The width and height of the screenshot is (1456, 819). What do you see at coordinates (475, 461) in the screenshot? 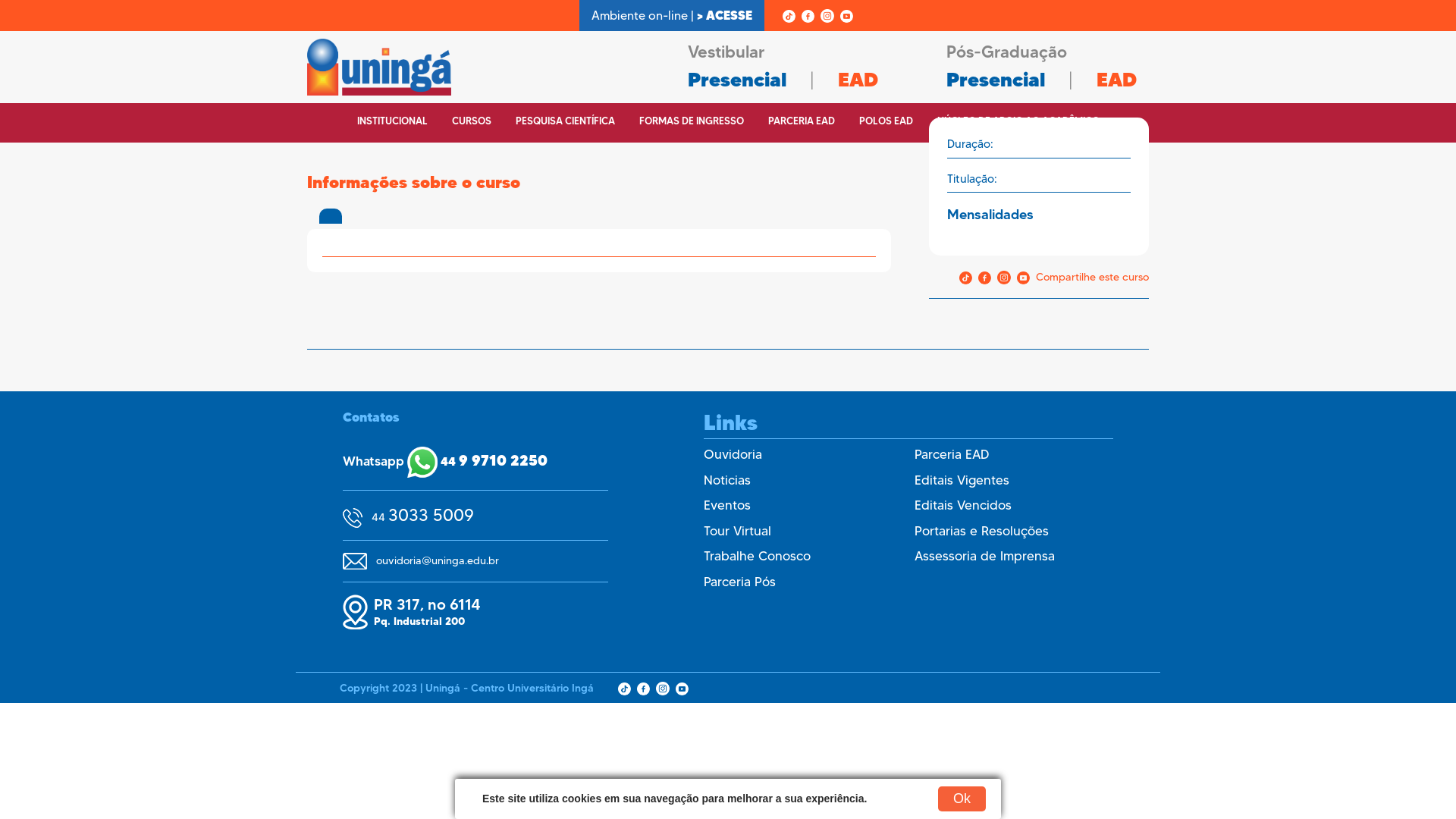
I see `'Whatsapp 44 9 9710 2250'` at bounding box center [475, 461].